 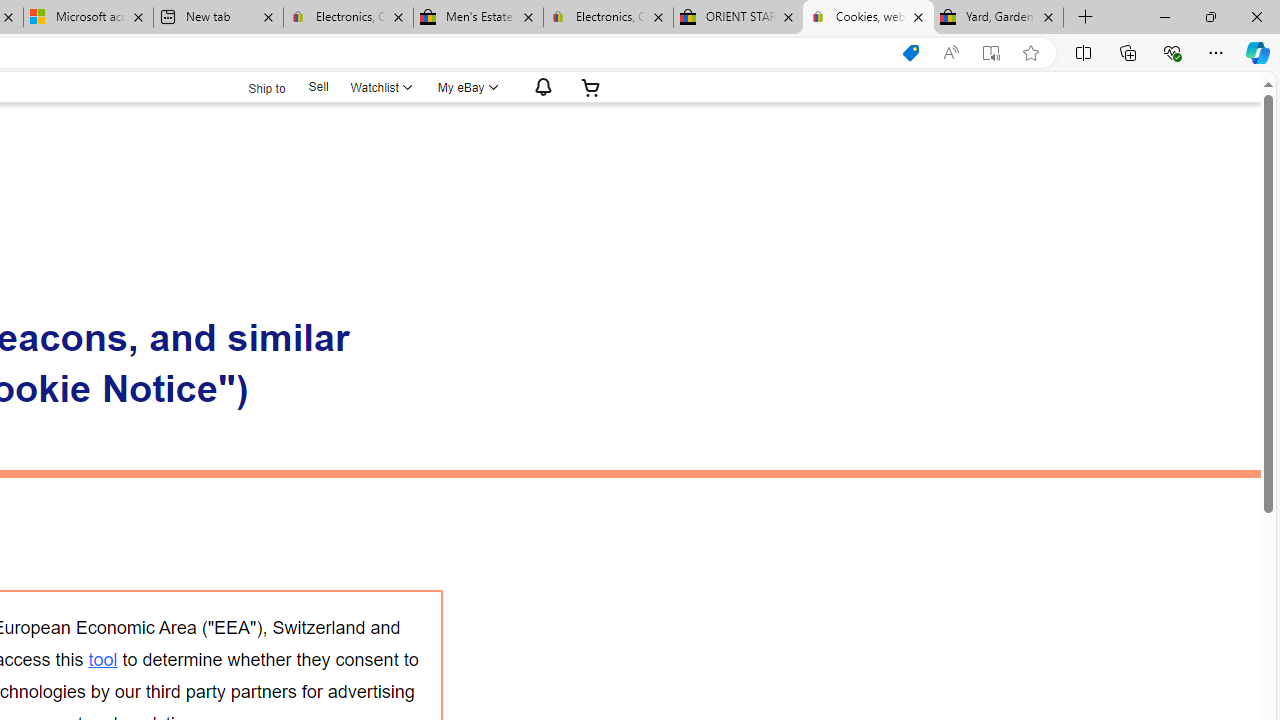 I want to click on 'Ship to', so click(x=253, y=87).